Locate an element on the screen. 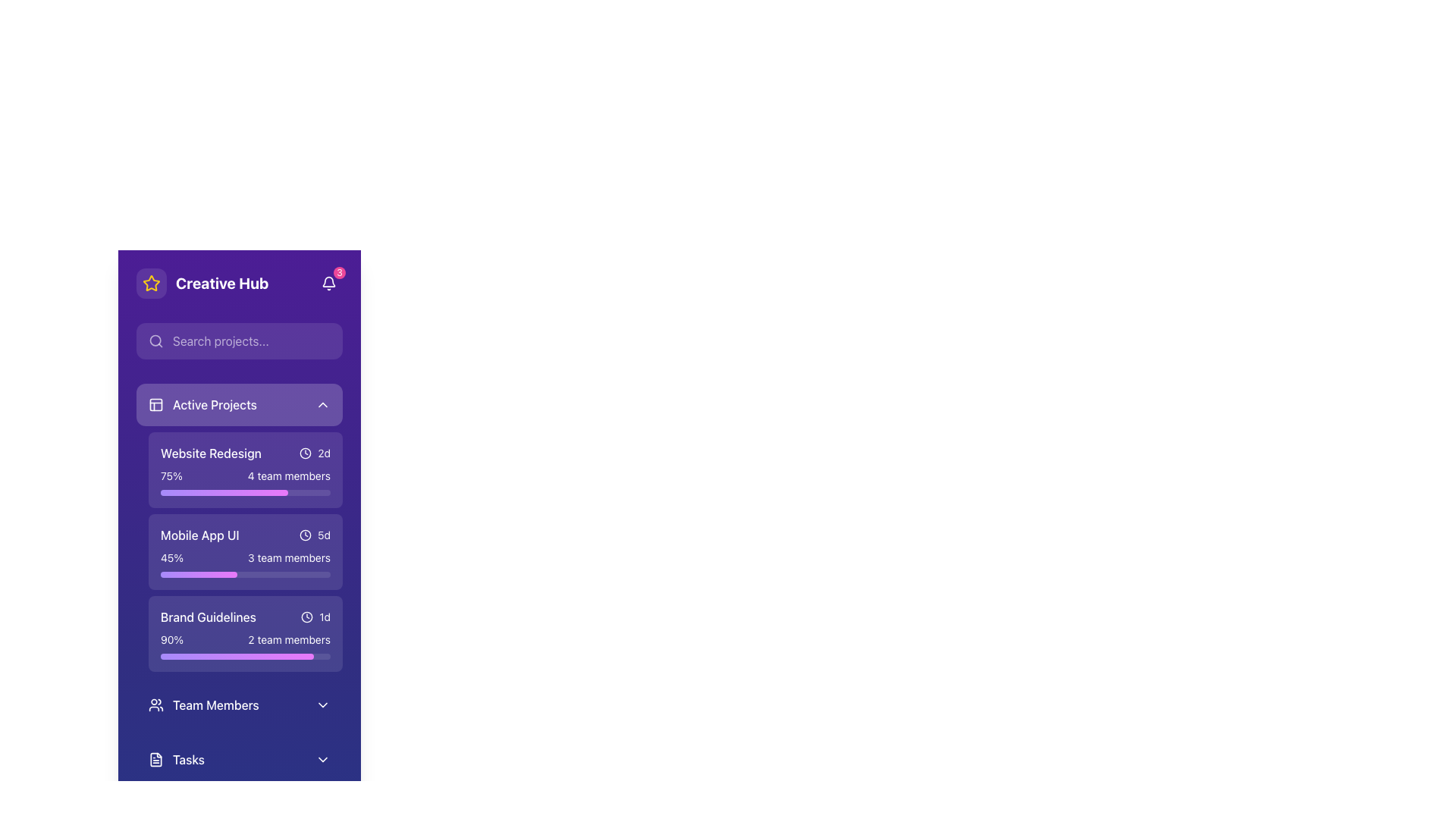 The image size is (1456, 819). the chevron icon at the far right of the 'Tasks' section is located at coordinates (322, 760).